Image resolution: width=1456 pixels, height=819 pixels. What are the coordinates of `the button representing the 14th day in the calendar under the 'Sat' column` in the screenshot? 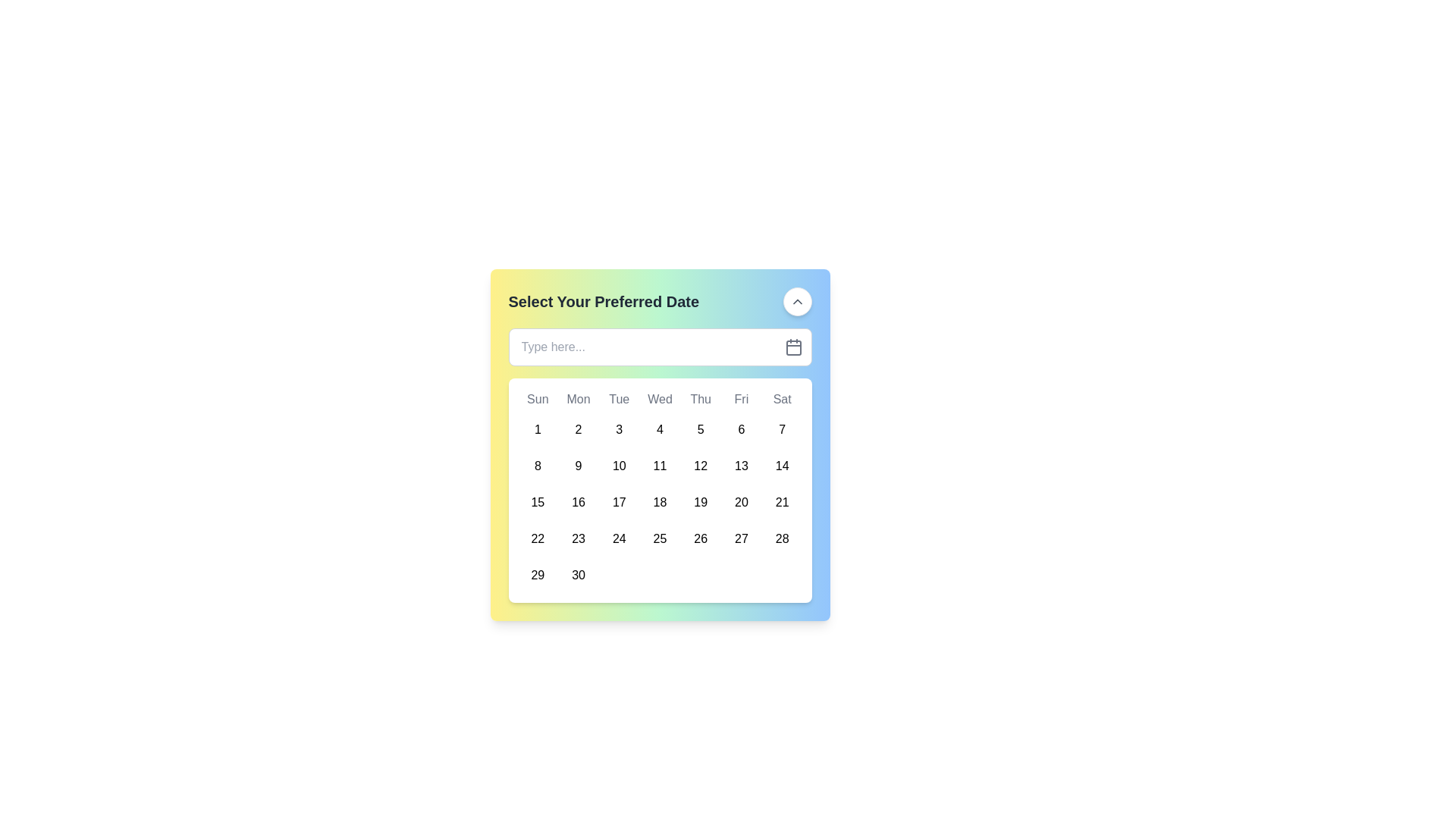 It's located at (782, 465).